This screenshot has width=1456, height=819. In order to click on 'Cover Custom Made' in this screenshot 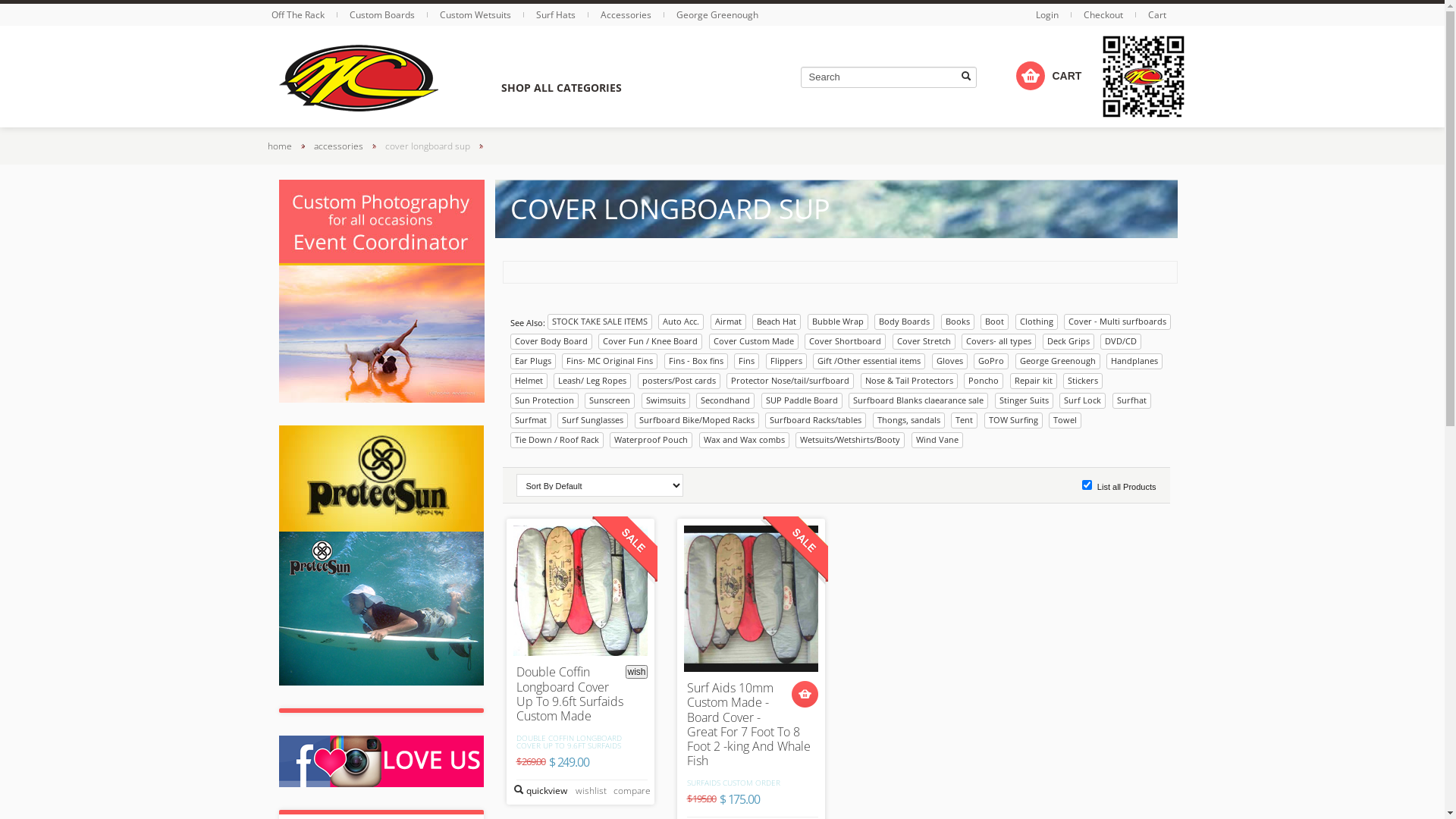, I will do `click(753, 341)`.